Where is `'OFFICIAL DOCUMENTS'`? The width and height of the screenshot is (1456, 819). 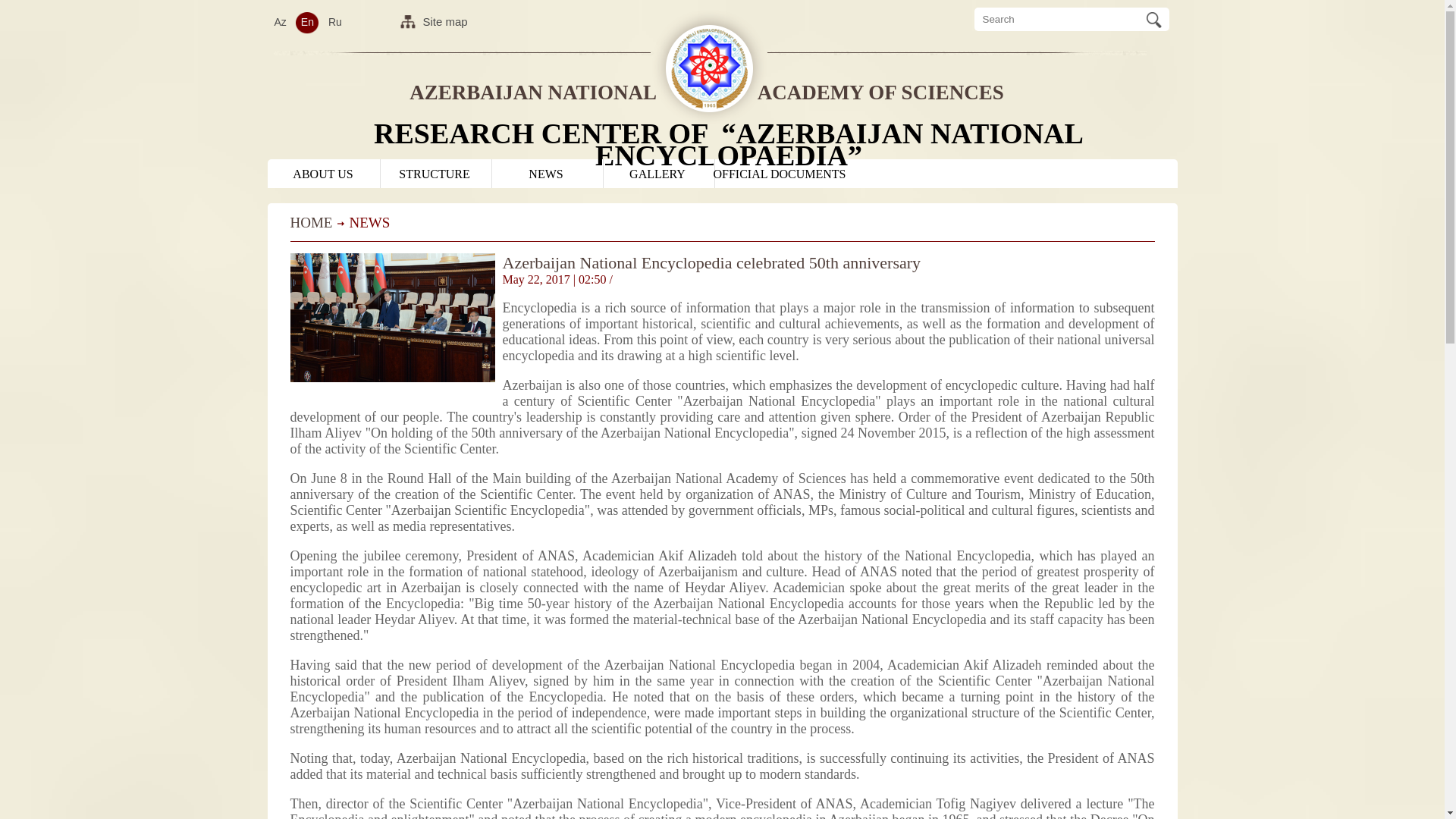
'OFFICIAL DOCUMENTS' is located at coordinates (779, 173).